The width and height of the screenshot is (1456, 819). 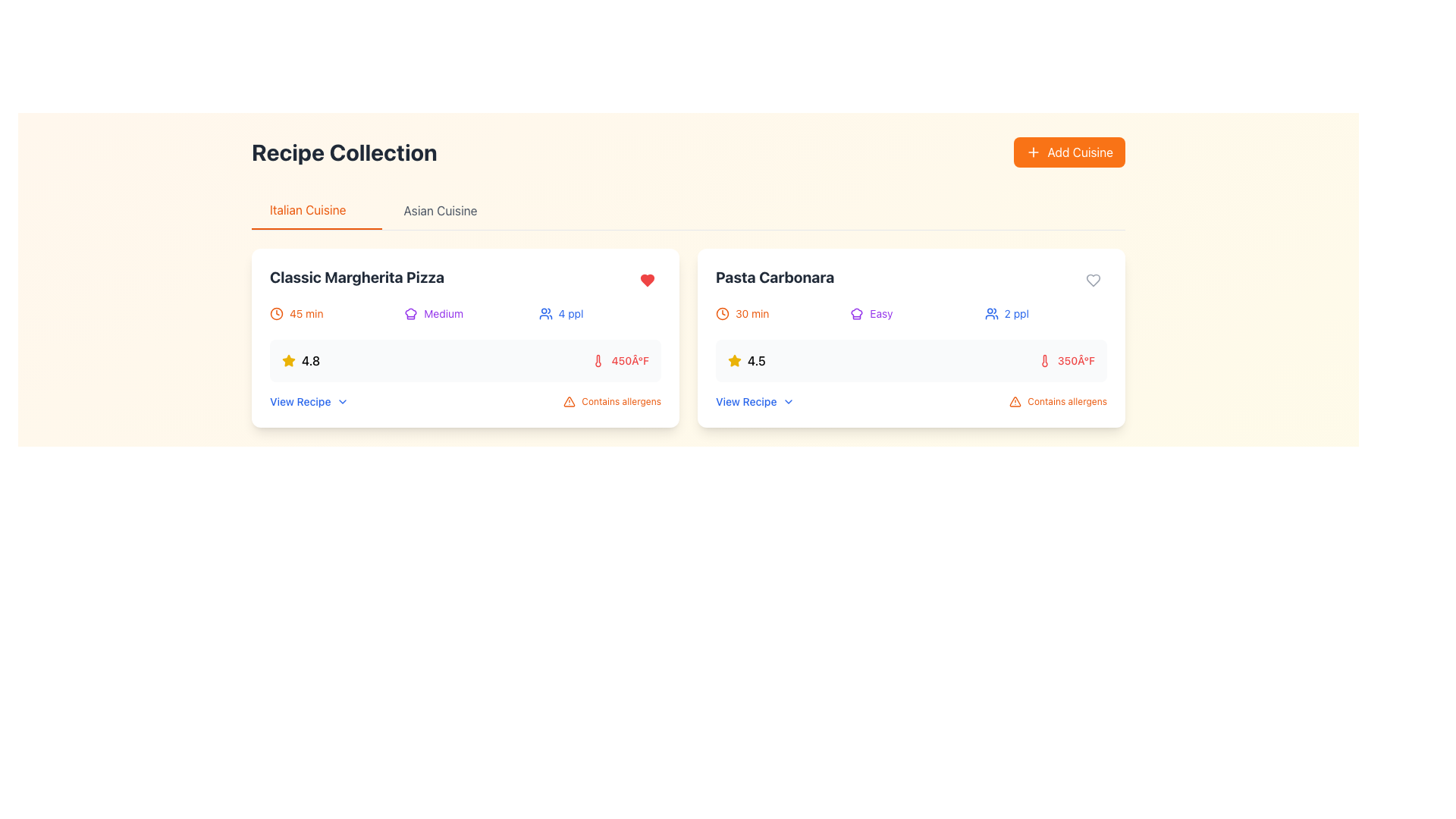 What do you see at coordinates (648, 281) in the screenshot?
I see `the red heart-shaped icon button in the top-right corner of the 'Classic Margherita Pizza' tile` at bounding box center [648, 281].